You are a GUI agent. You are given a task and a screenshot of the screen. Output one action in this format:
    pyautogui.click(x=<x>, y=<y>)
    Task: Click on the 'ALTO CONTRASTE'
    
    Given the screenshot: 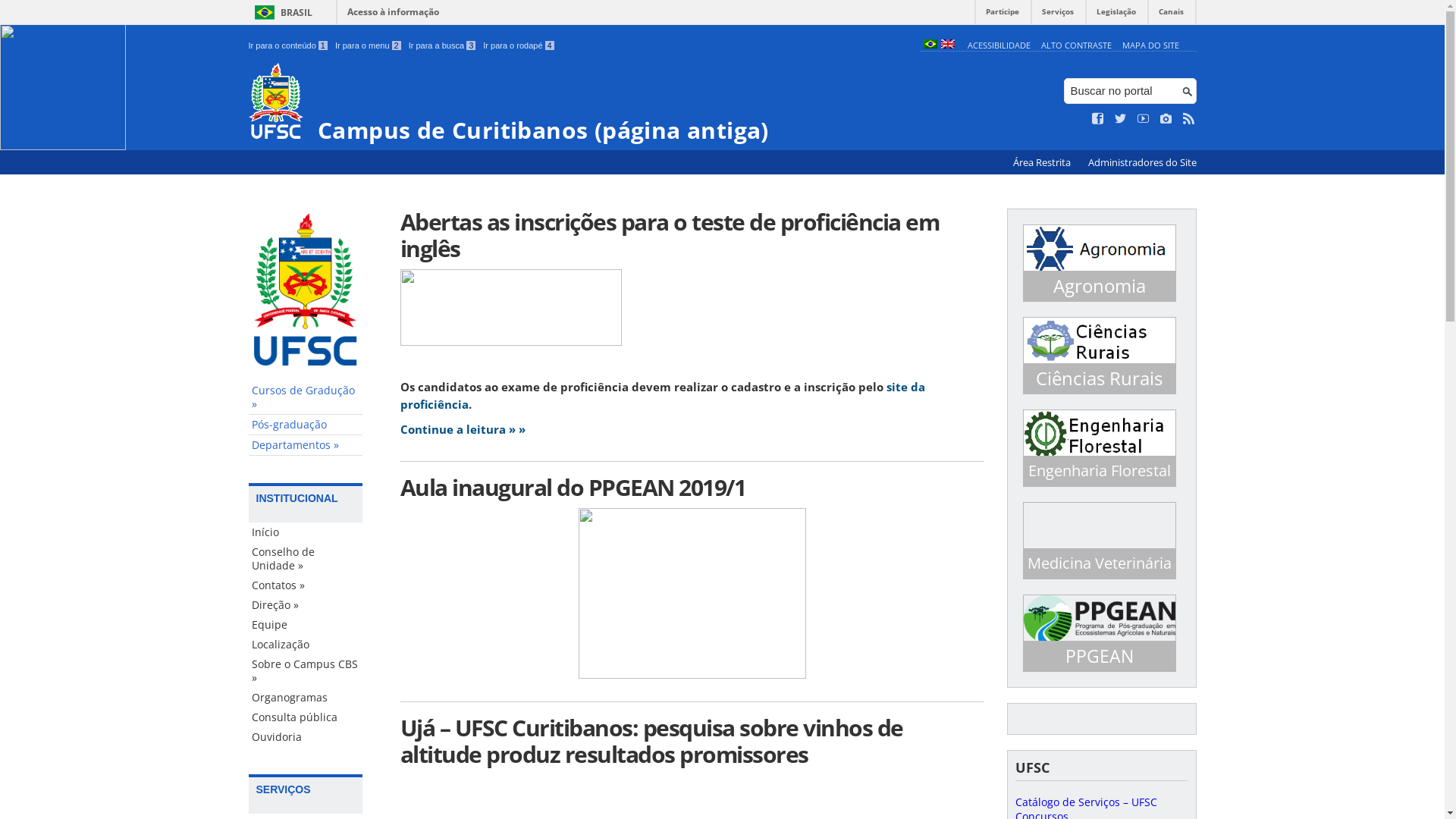 What is the action you would take?
    pyautogui.click(x=1075, y=44)
    